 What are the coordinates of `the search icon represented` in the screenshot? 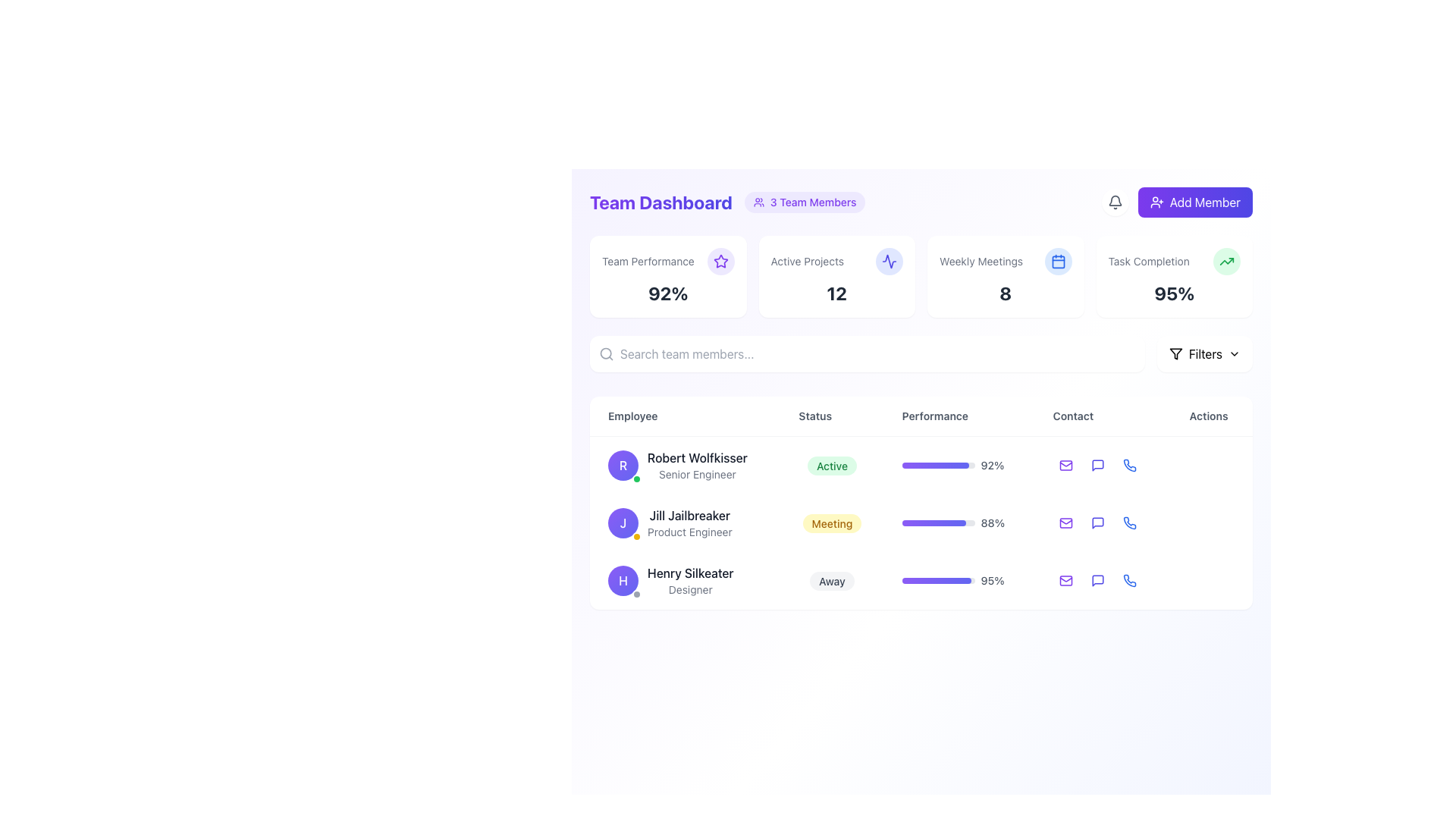 It's located at (605, 353).